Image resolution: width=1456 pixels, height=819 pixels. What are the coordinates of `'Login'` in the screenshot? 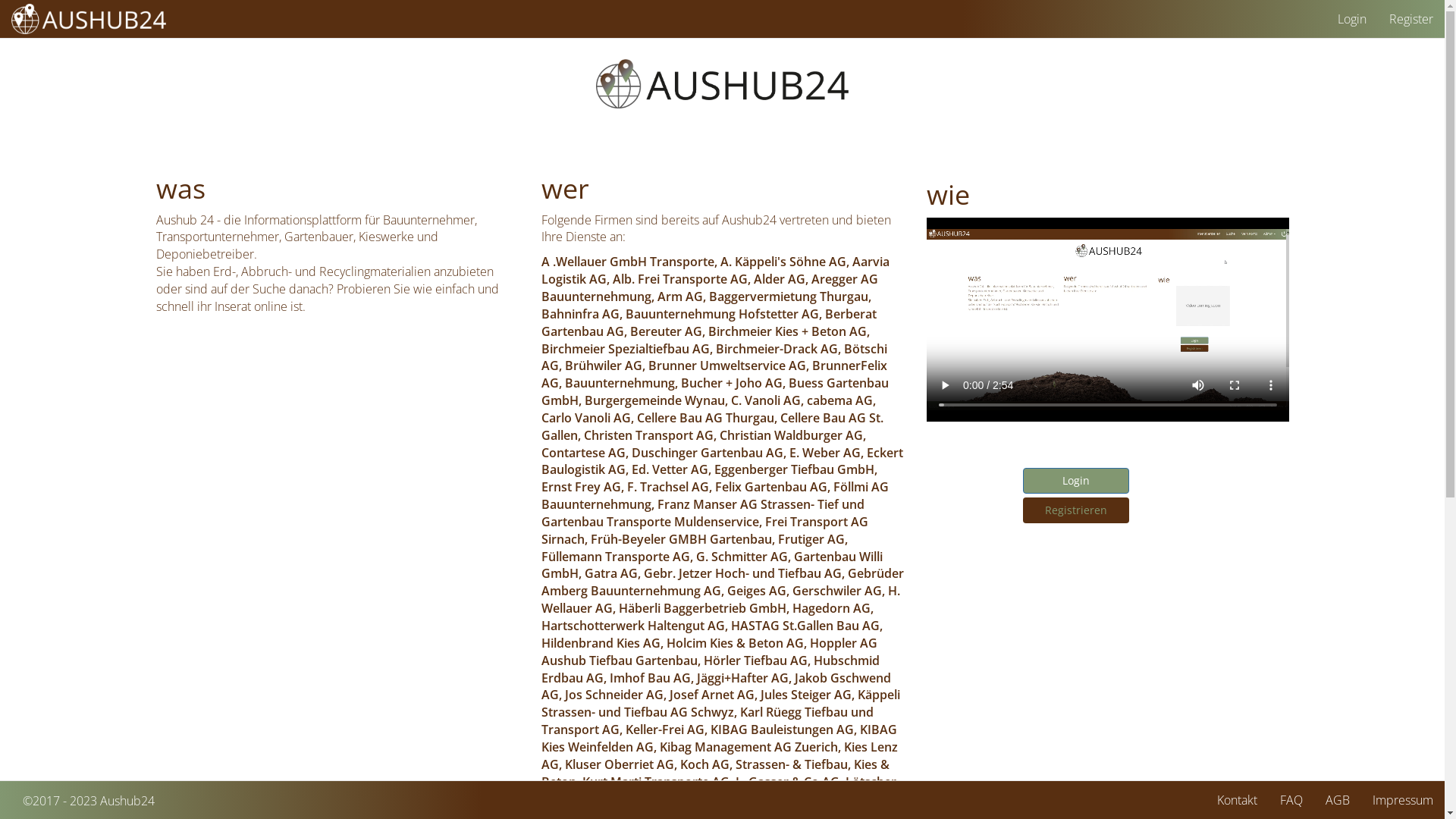 It's located at (1074, 480).